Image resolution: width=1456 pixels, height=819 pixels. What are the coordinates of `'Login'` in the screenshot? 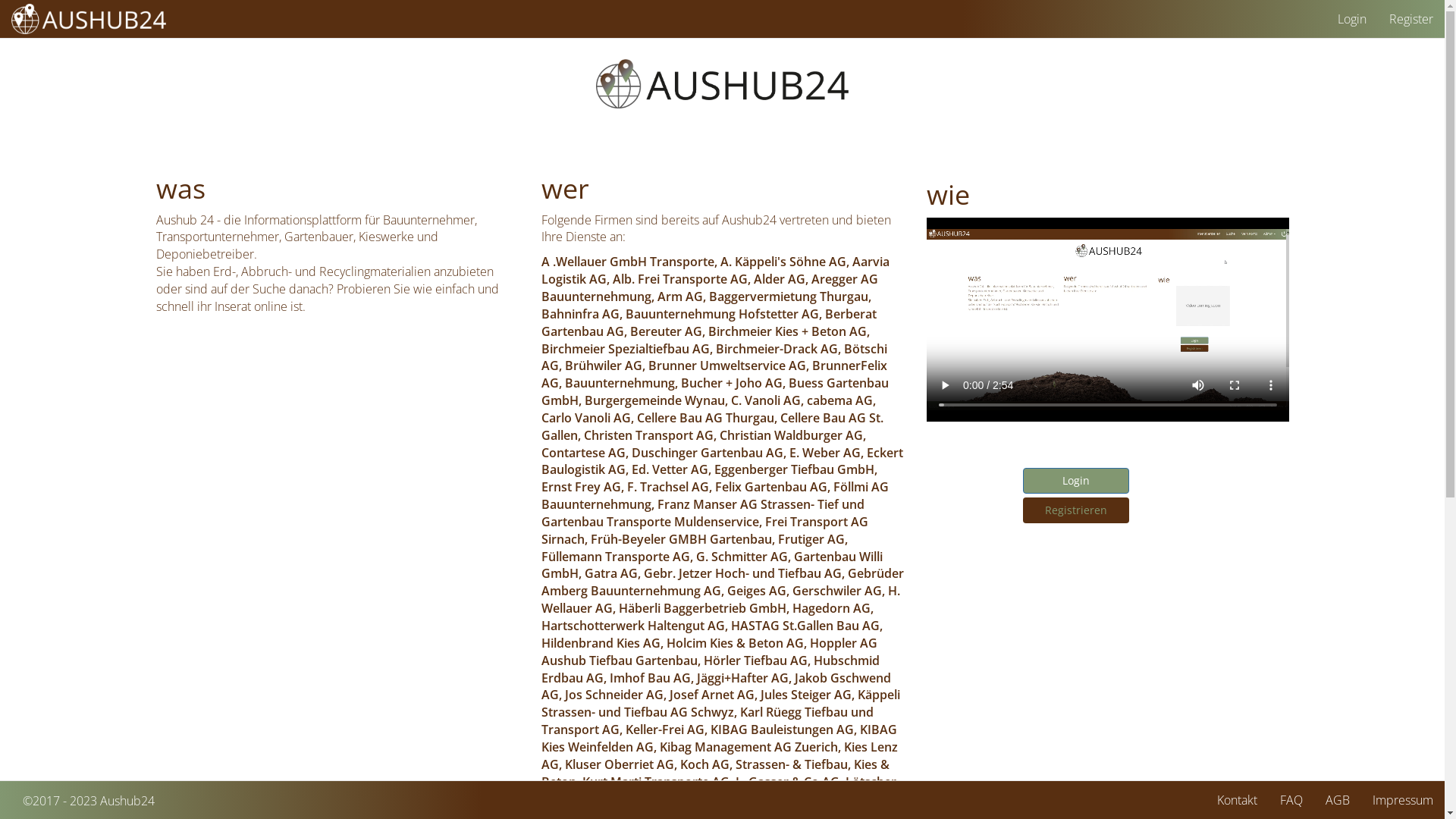 It's located at (1074, 480).